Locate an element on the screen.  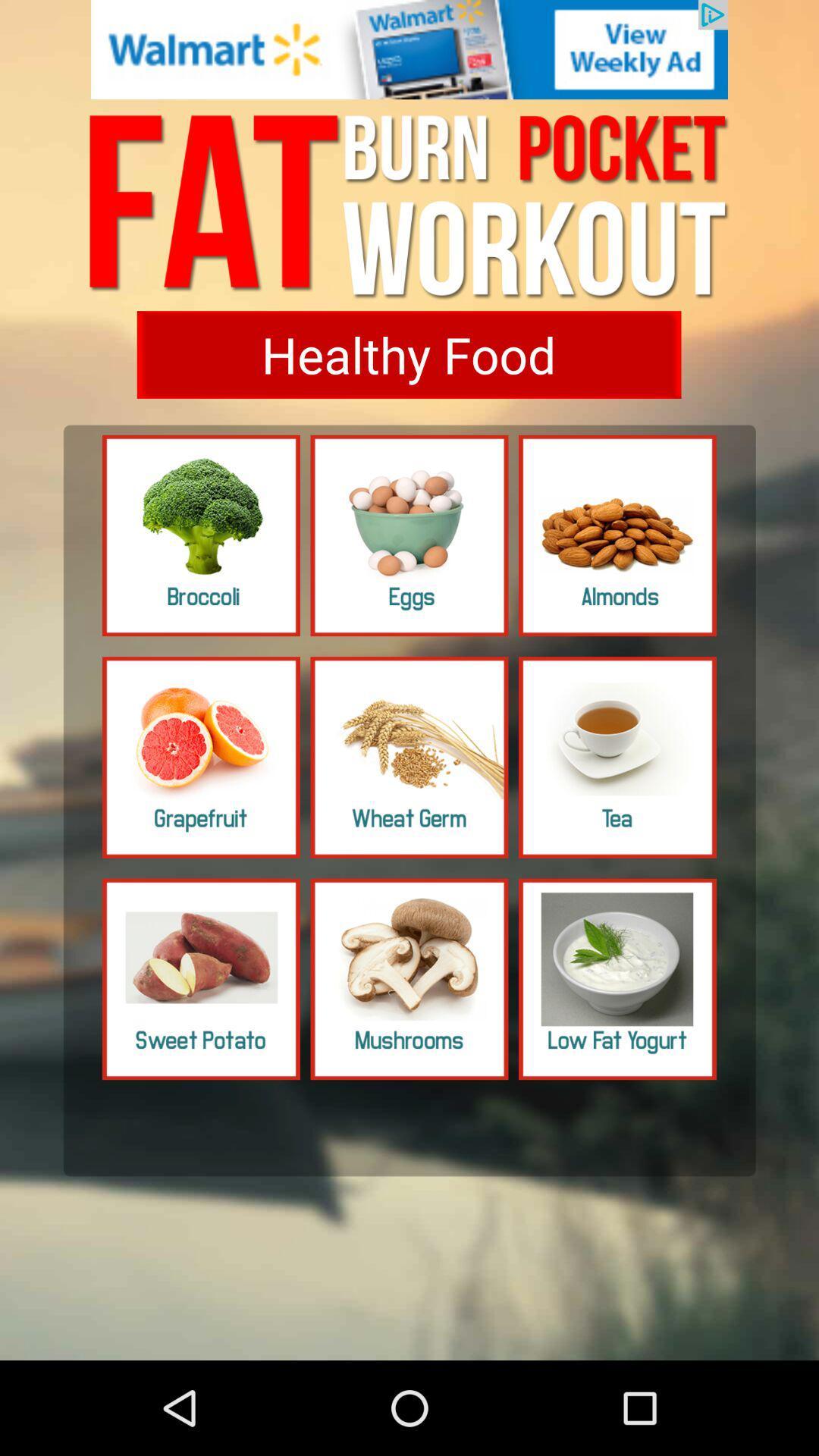
click the healthy food option is located at coordinates (408, 353).